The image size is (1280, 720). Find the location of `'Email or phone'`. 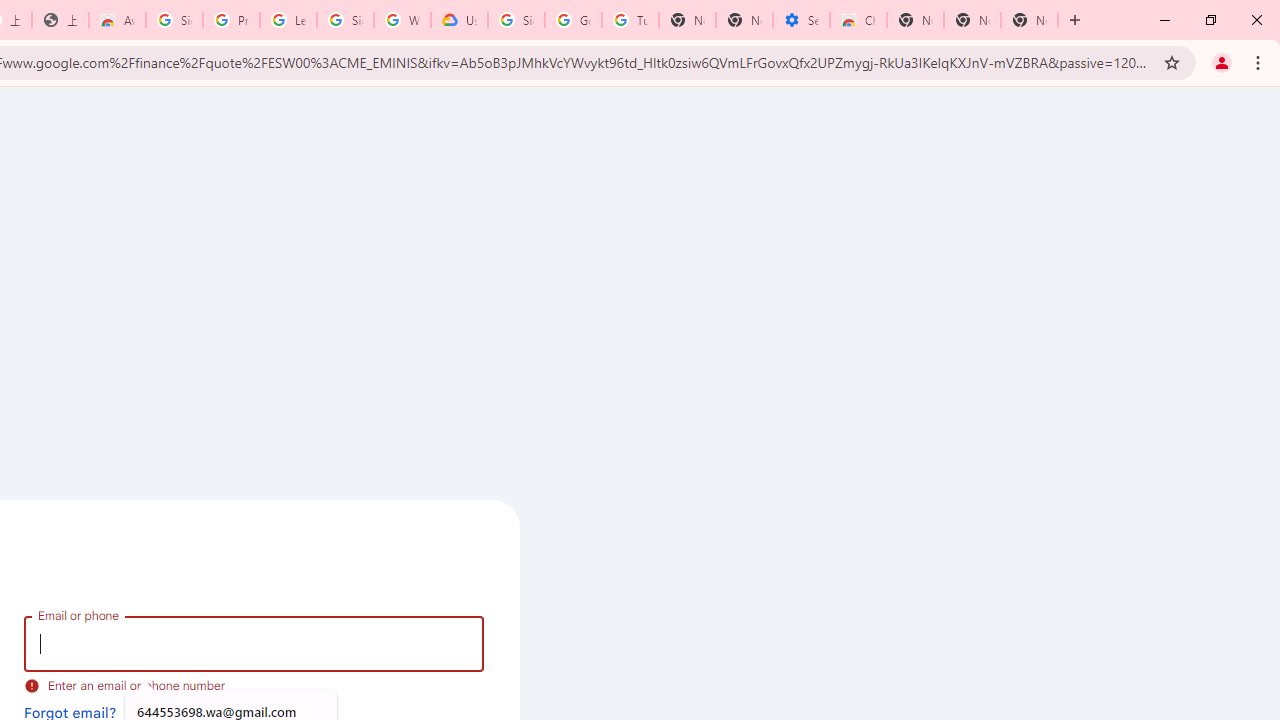

'Email or phone' is located at coordinates (253, 643).